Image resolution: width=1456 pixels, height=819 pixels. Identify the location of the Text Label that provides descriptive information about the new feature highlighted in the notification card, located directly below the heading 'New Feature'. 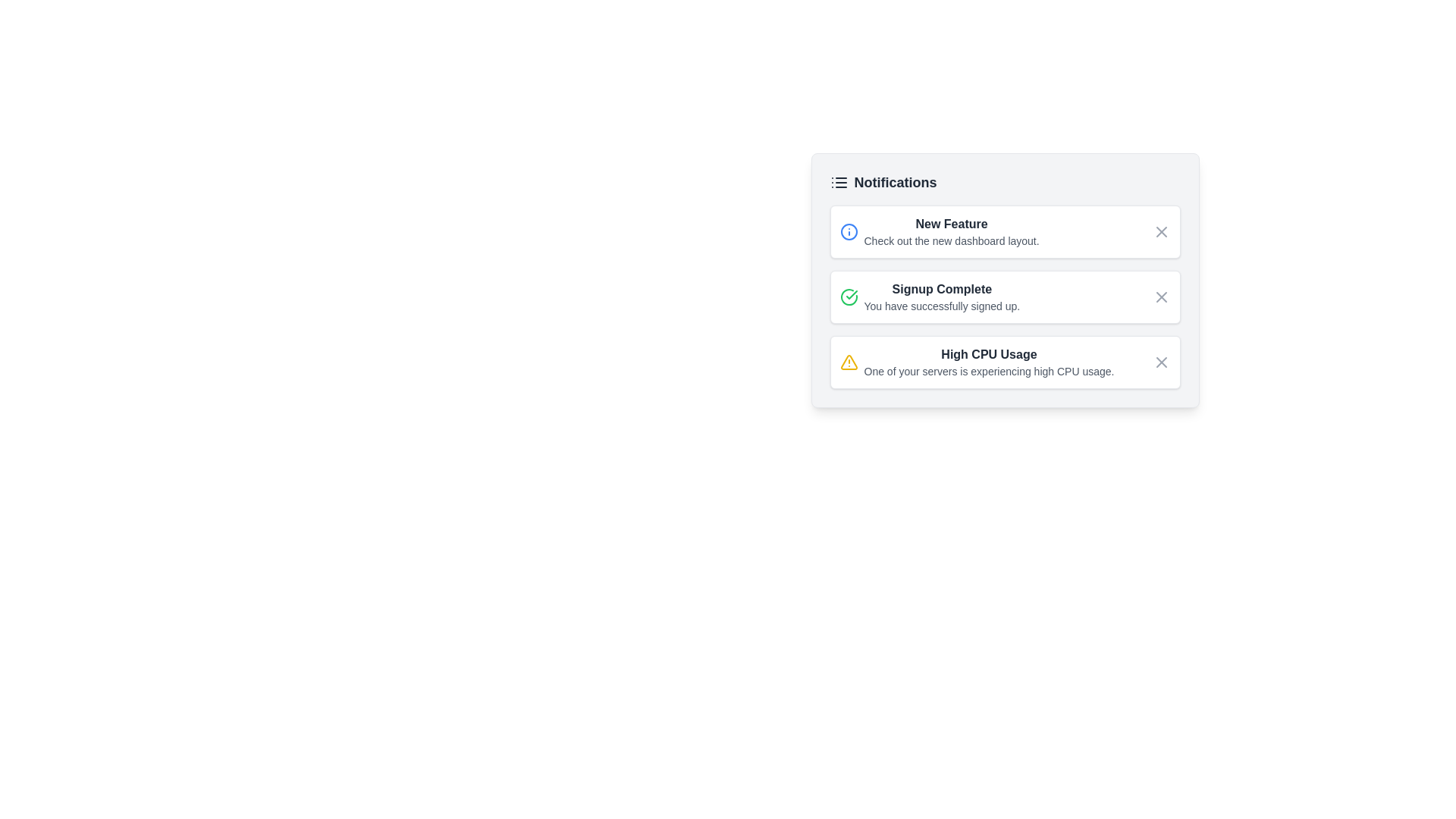
(951, 240).